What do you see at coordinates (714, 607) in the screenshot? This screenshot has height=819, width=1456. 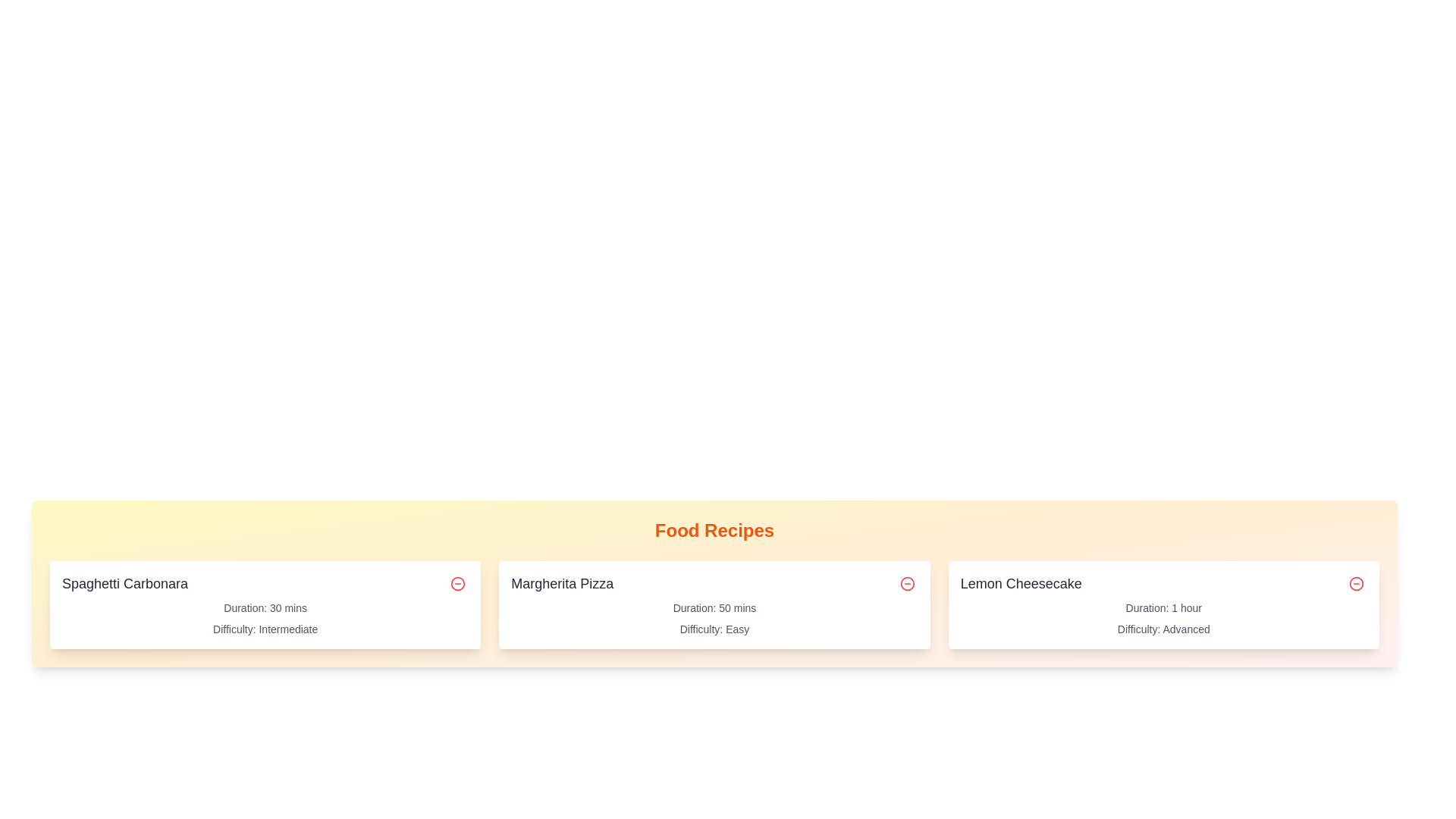 I see `the text display stating 'Duration: 50 mins', which is styled in a small font size and gray color, located under the 'Margherita Pizza' heading` at bounding box center [714, 607].